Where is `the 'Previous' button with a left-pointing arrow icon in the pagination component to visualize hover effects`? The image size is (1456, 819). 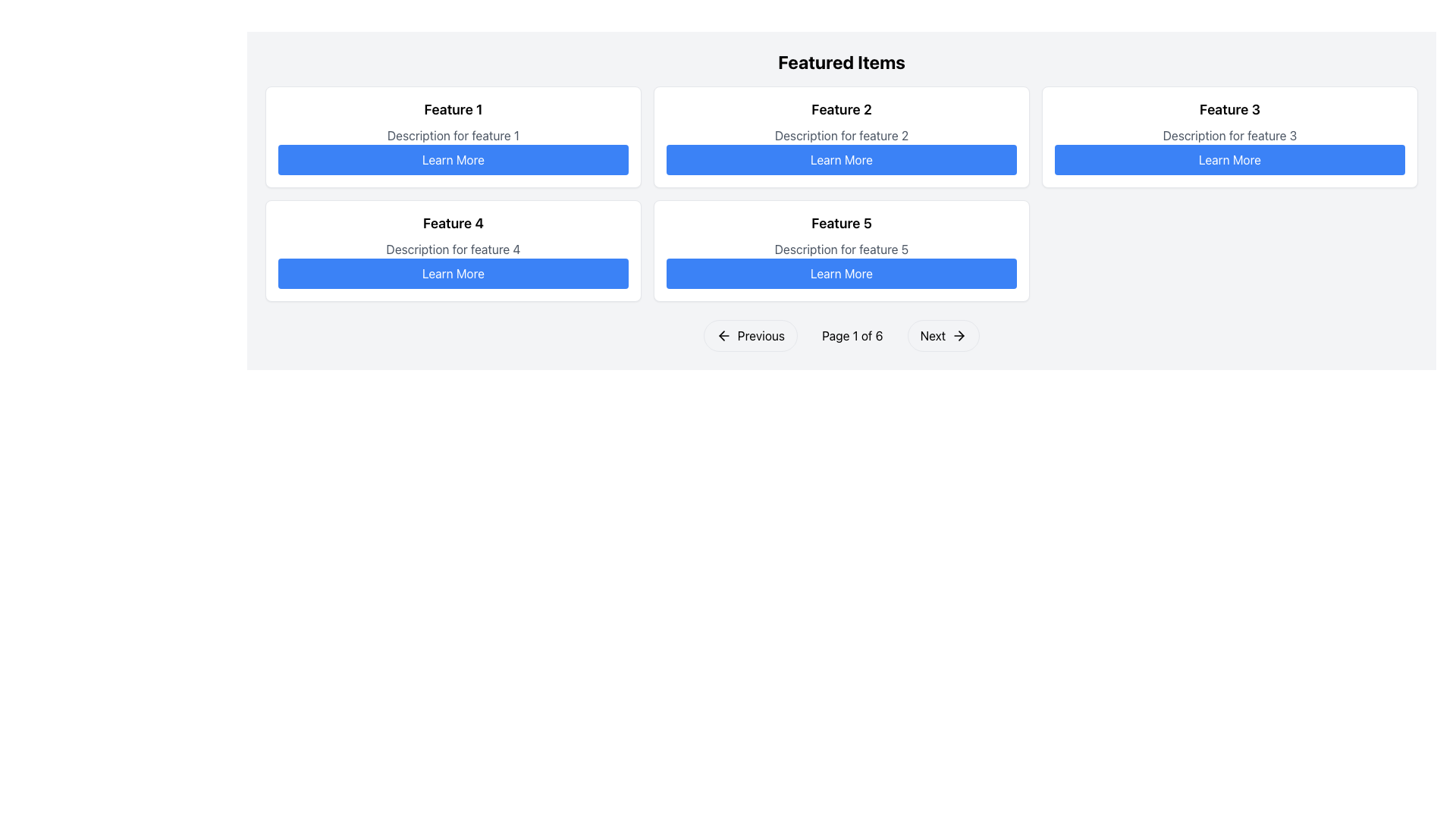 the 'Previous' button with a left-pointing arrow icon in the pagination component to visualize hover effects is located at coordinates (750, 335).